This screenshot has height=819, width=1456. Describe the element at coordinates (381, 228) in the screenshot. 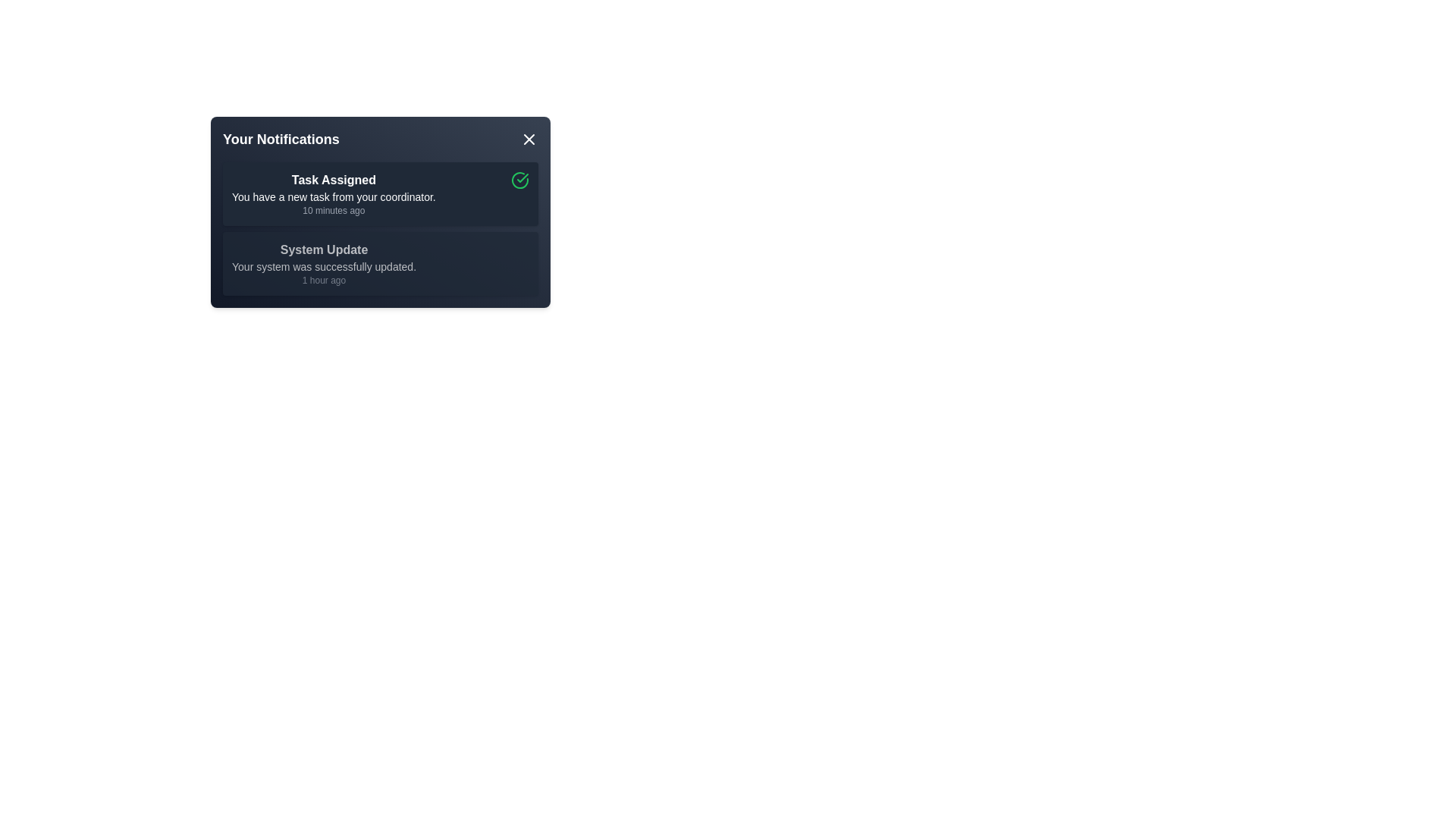

I see `the Notification List located below the title 'Your Notifications'` at that location.